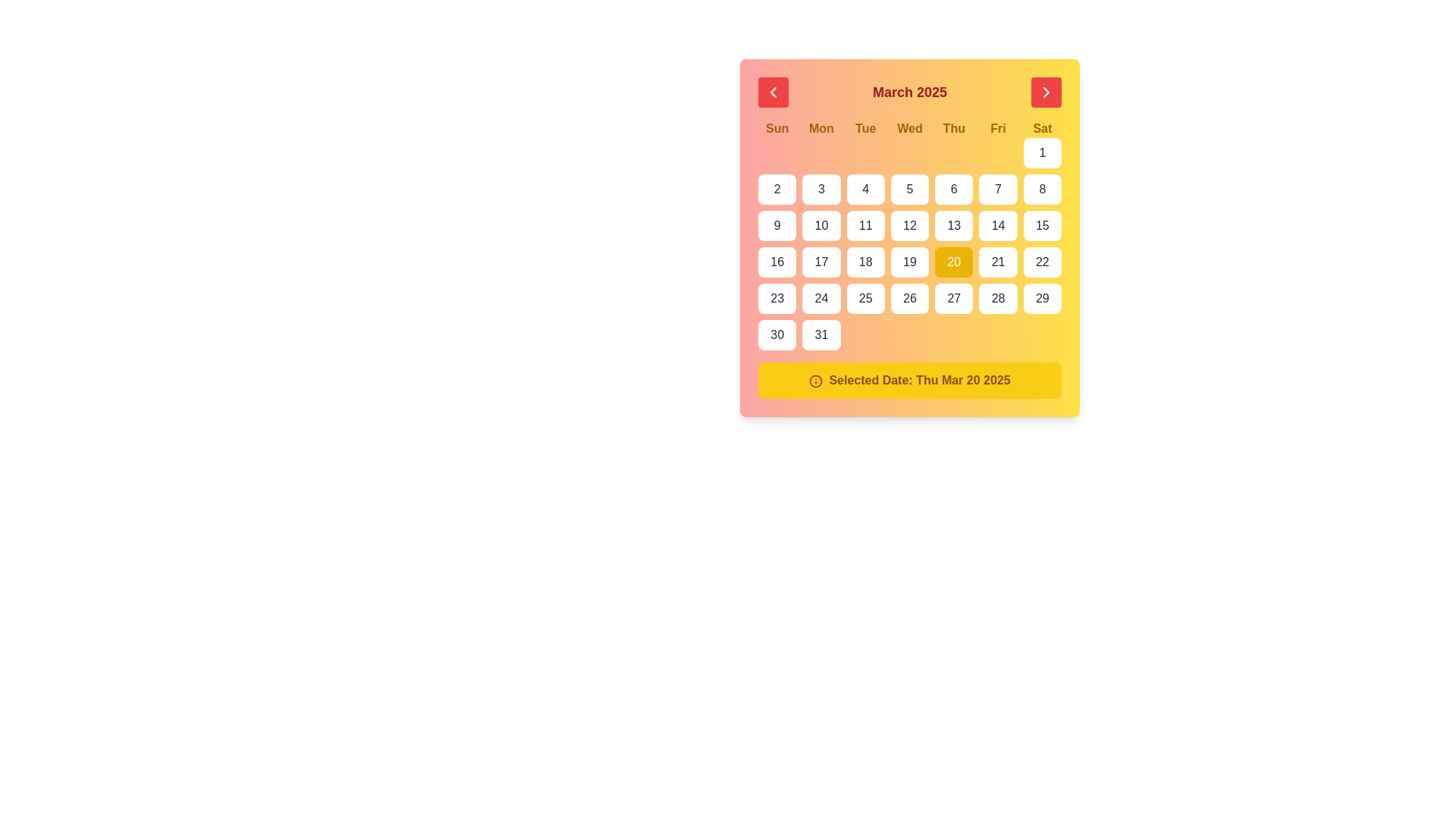 This screenshot has height=819, width=1456. I want to click on the information icon, which is a red circled lowercase 'i' located to the left of the text 'Selected Date: Thu Mar 20 2025', inside a yellow rounded information box at the bottom of the calendar UI, so click(815, 380).